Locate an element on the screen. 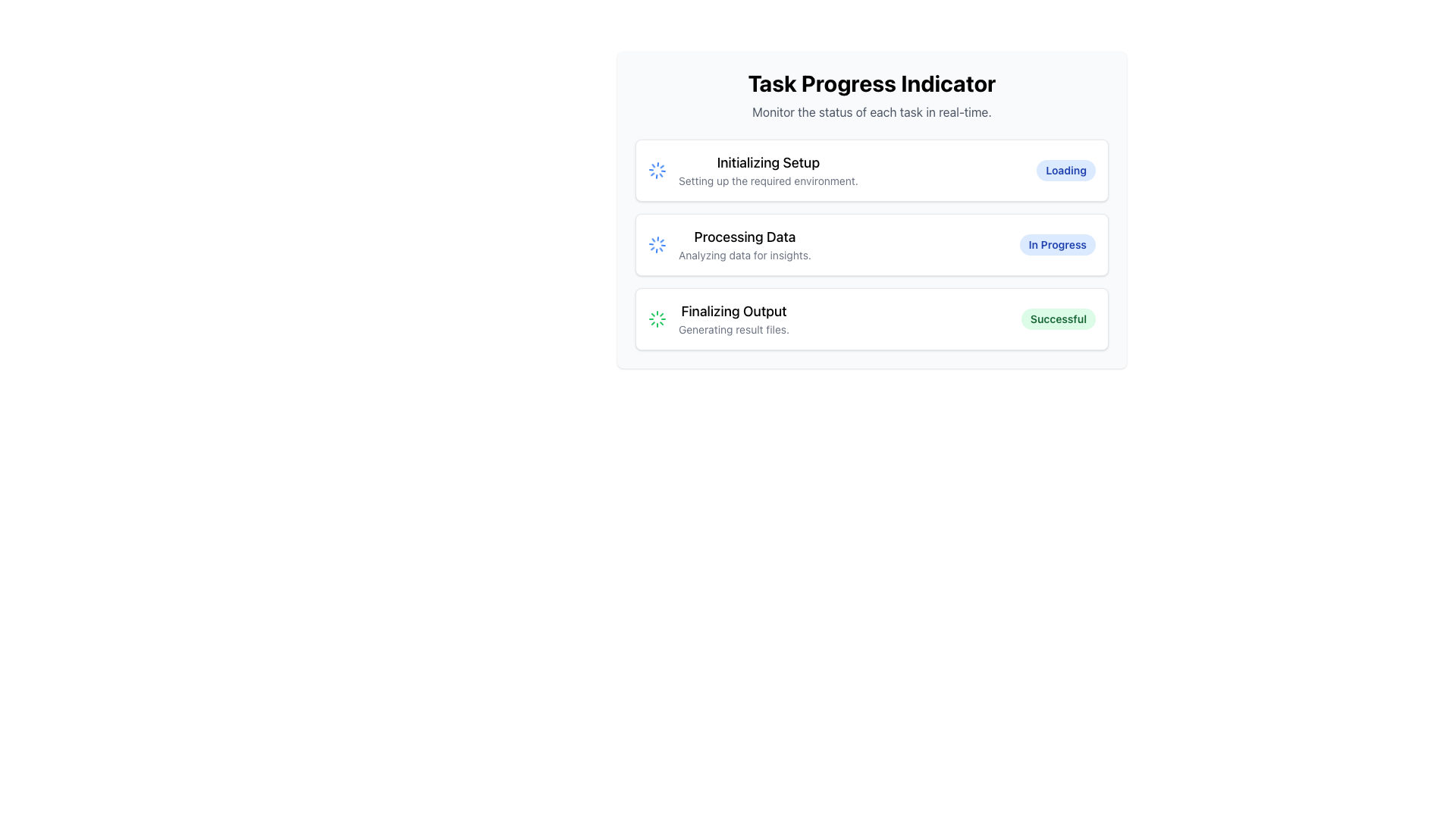  the second Informational Card in the vertical list, which displays the progress status of the task, located below the 'Initializing Setup' card and above the 'Finalizing Output' card is located at coordinates (872, 244).